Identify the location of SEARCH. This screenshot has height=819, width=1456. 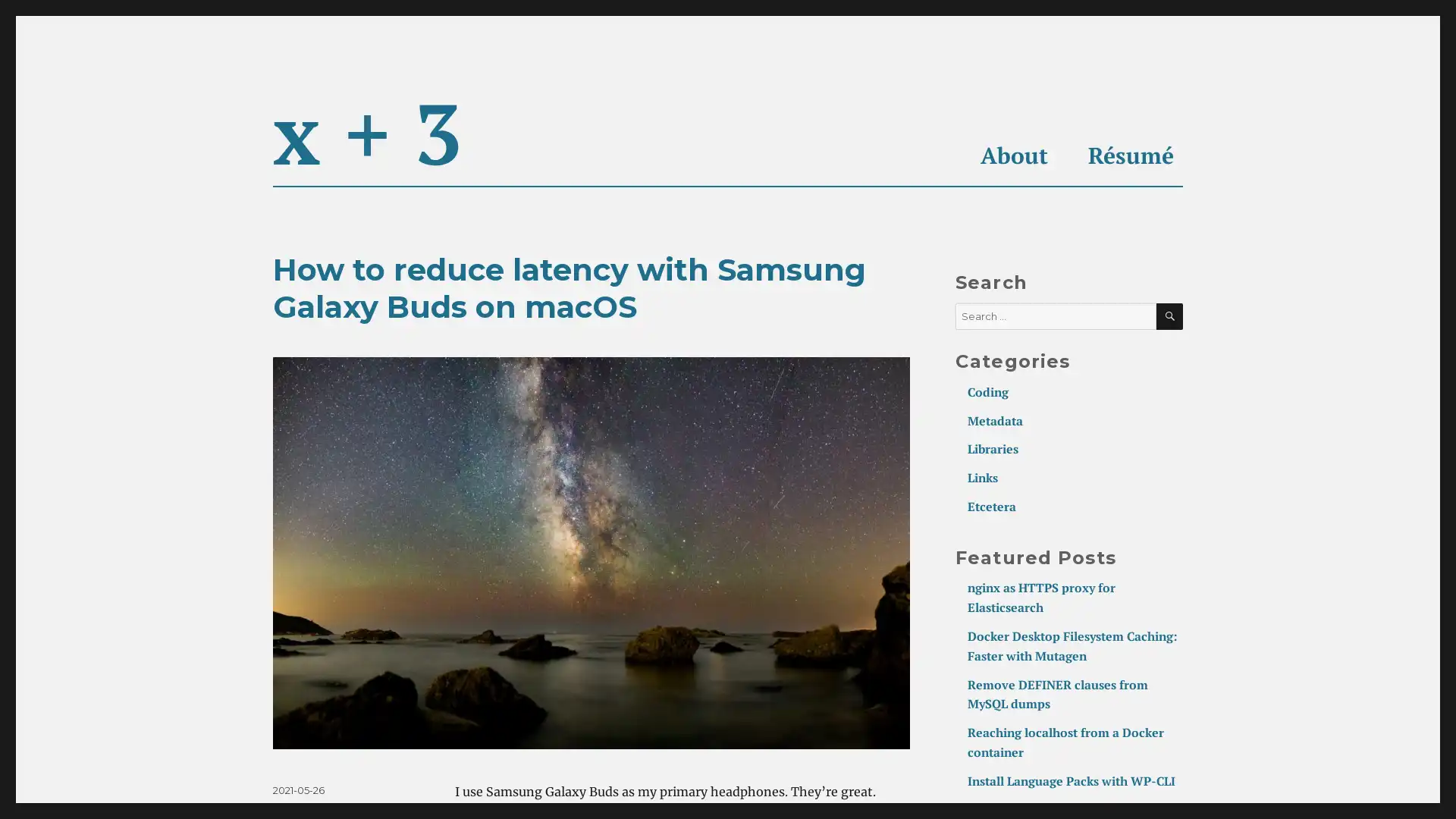
(1169, 315).